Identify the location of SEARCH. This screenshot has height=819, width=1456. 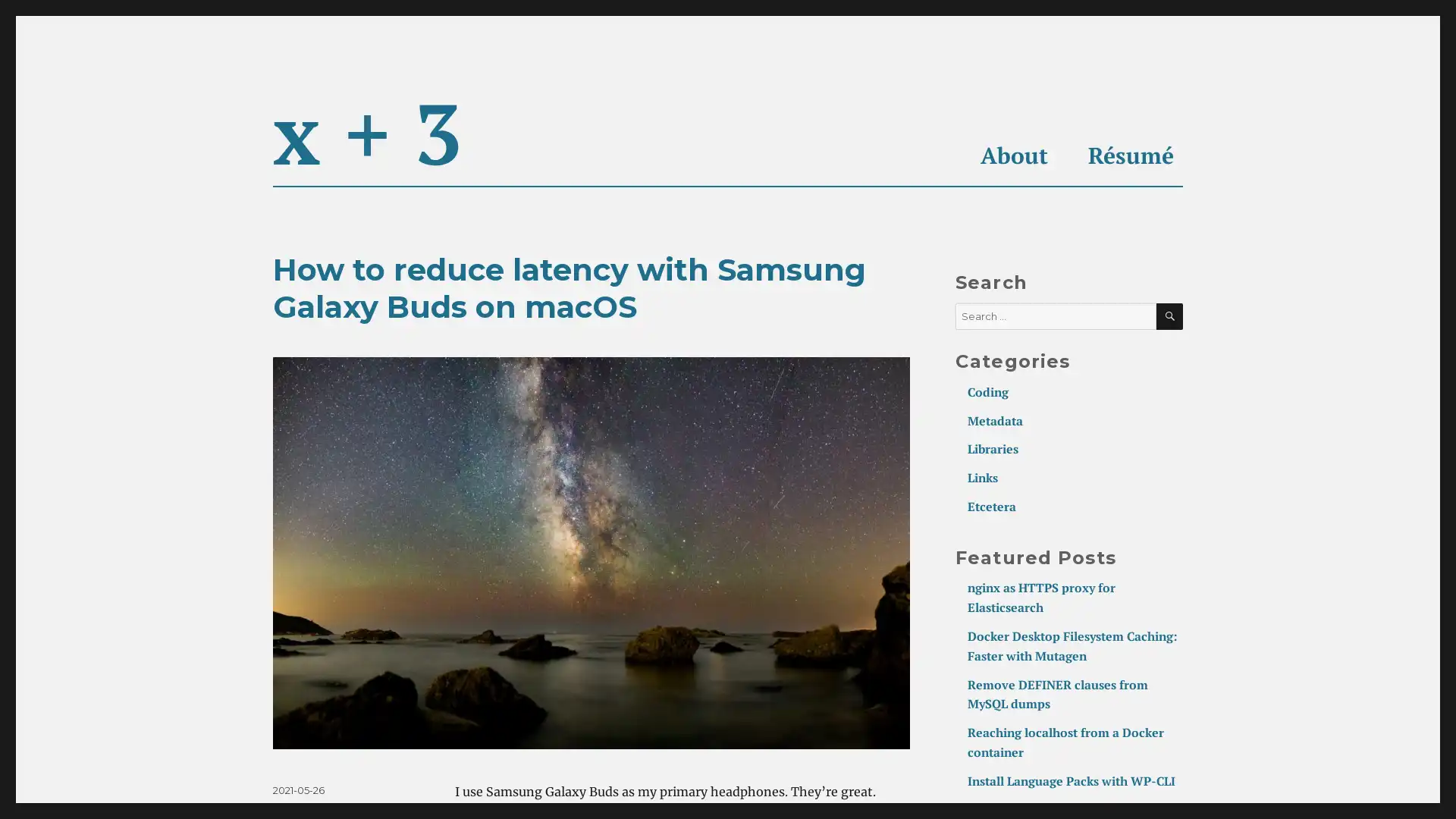
(1169, 315).